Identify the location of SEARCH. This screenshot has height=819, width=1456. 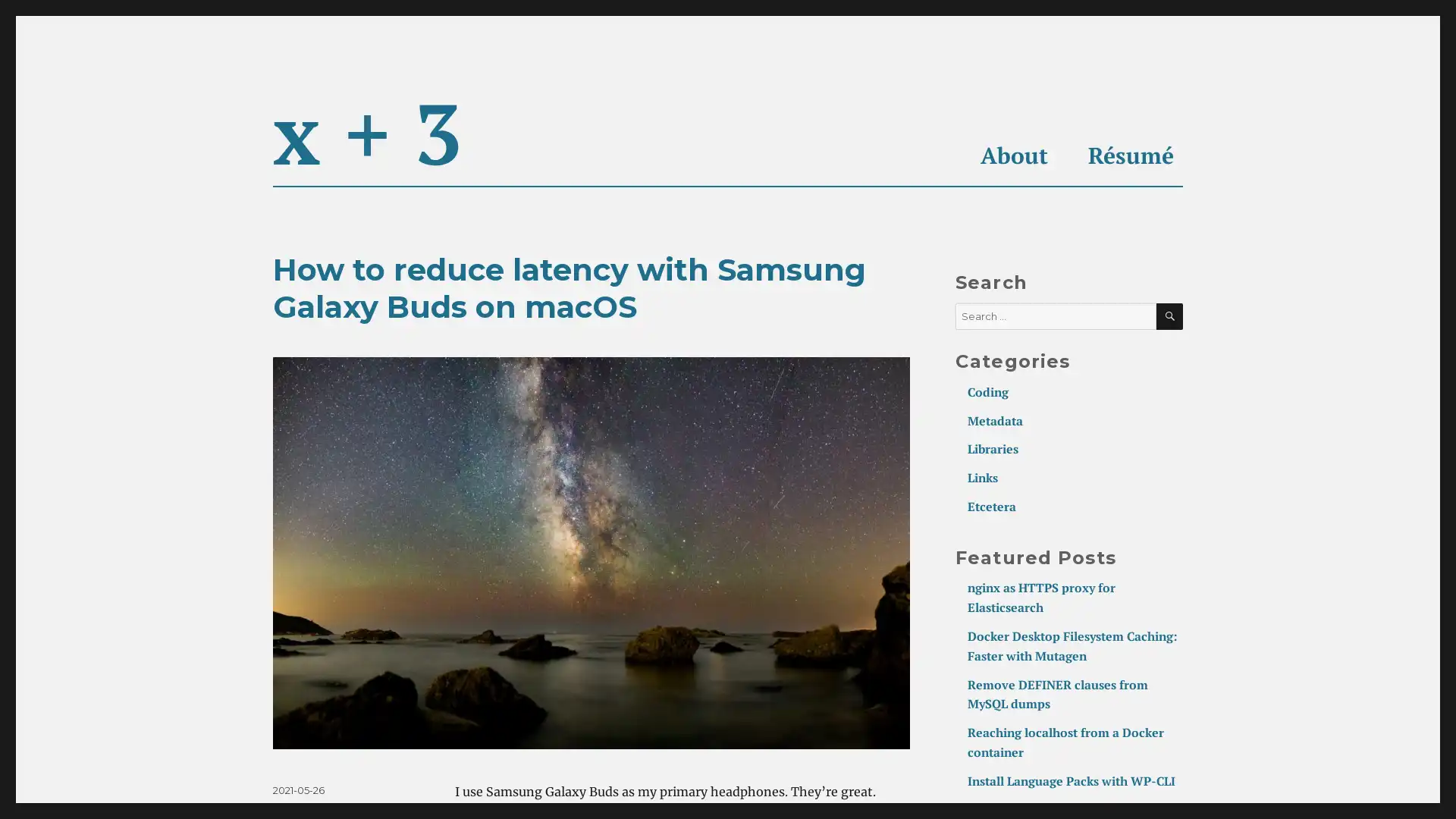
(1169, 315).